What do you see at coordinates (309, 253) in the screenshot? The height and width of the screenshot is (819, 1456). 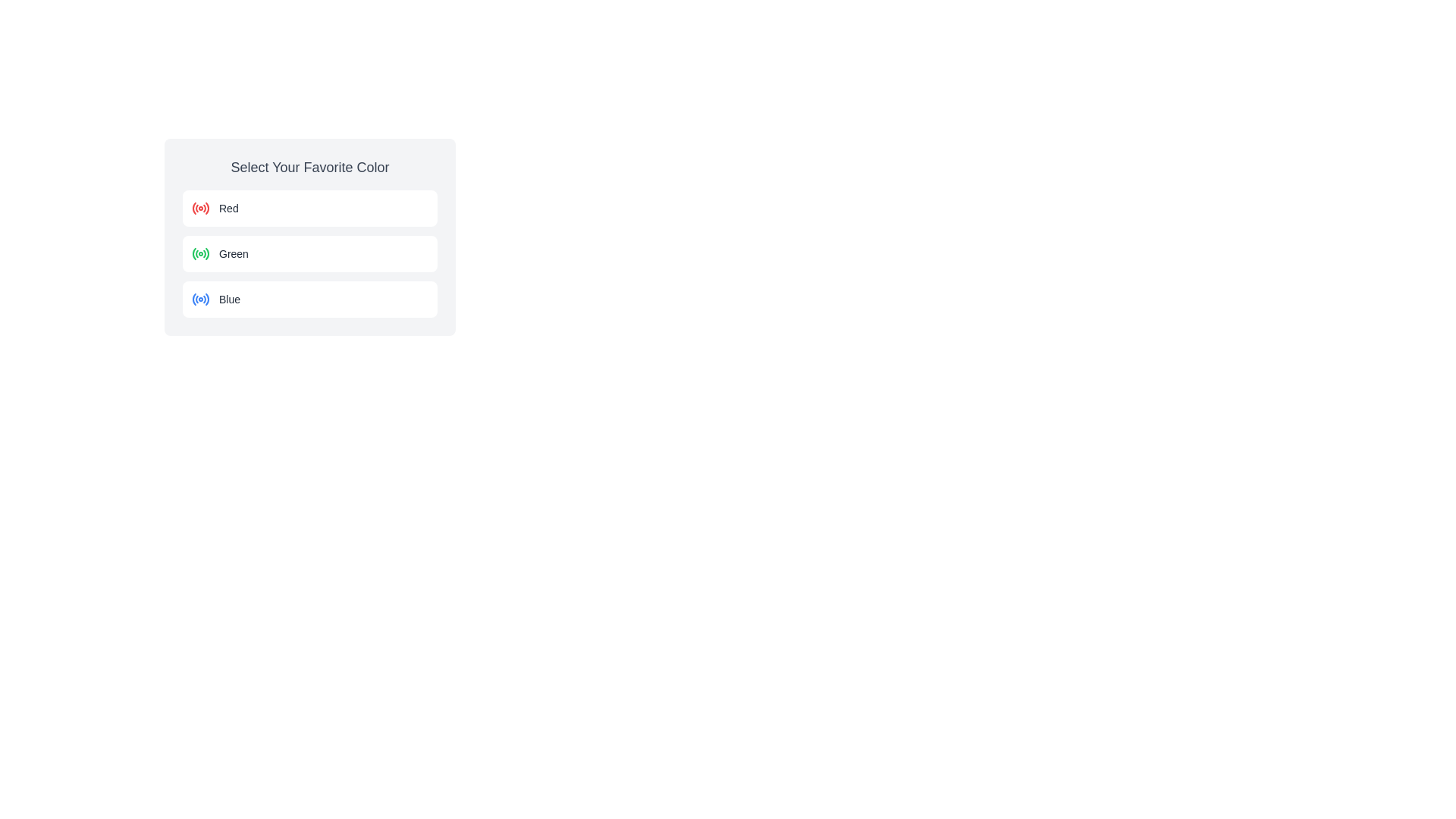 I see `the radio button next to the 'Green' option in the group of selectable items labeled 'Select Your Favorite Color'` at bounding box center [309, 253].